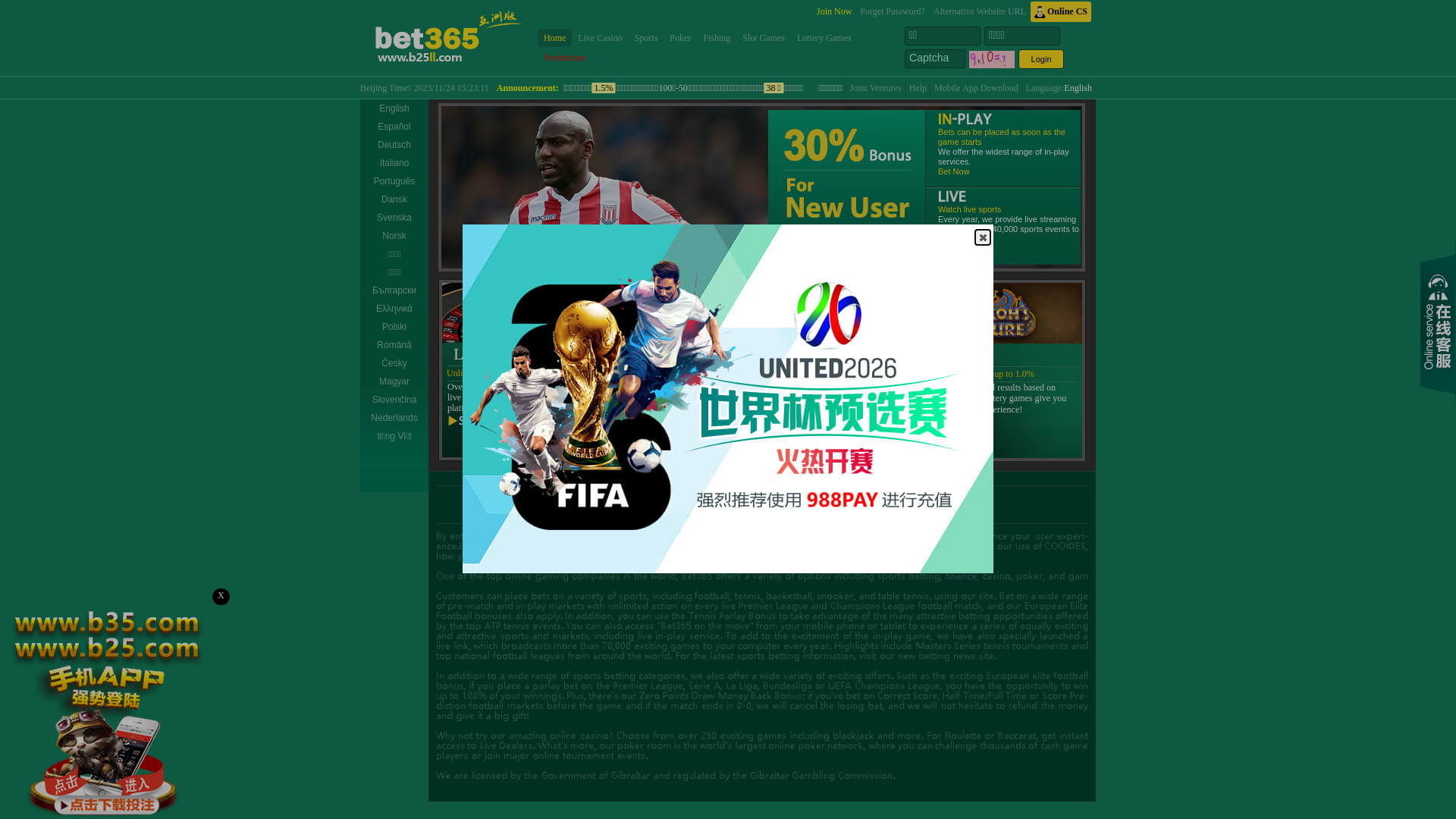 This screenshot has height=819, width=1456. What do you see at coordinates (876, 87) in the screenshot?
I see `'Joint Ventures'` at bounding box center [876, 87].